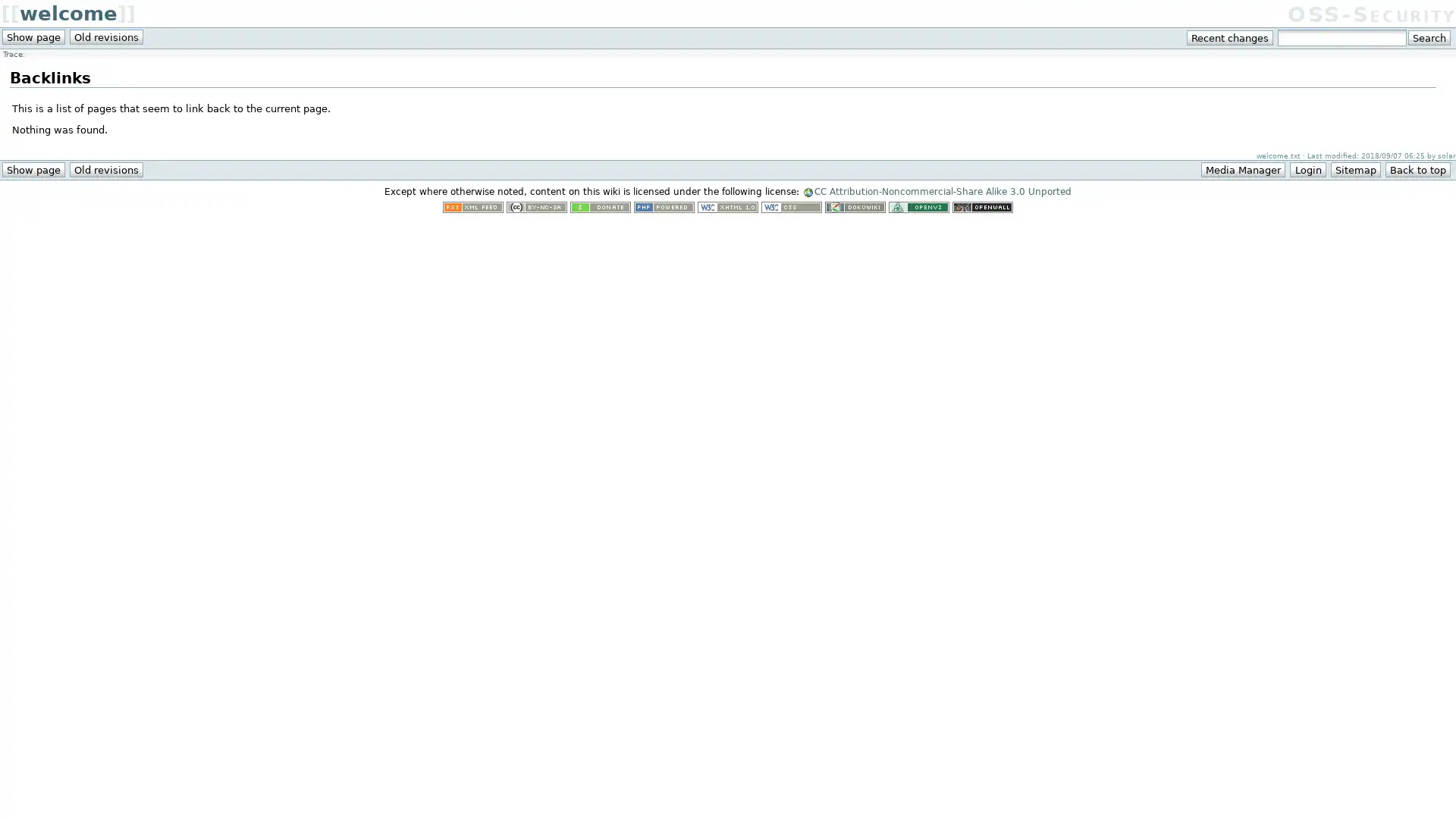  Describe the element at coordinates (1354, 169) in the screenshot. I see `Sitemap` at that location.